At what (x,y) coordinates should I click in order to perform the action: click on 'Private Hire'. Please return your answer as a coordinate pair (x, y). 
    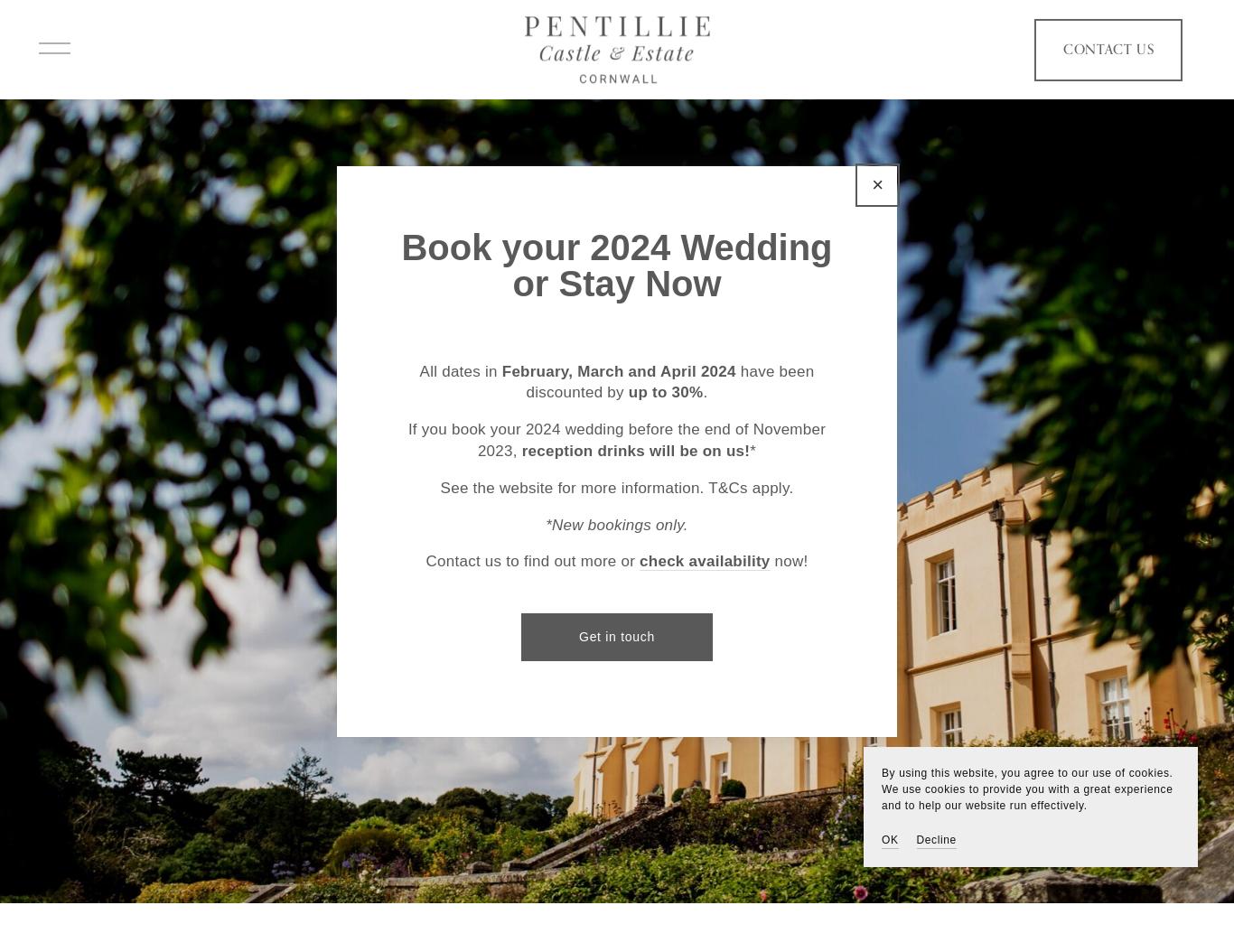
    Looking at the image, I should click on (470, 438).